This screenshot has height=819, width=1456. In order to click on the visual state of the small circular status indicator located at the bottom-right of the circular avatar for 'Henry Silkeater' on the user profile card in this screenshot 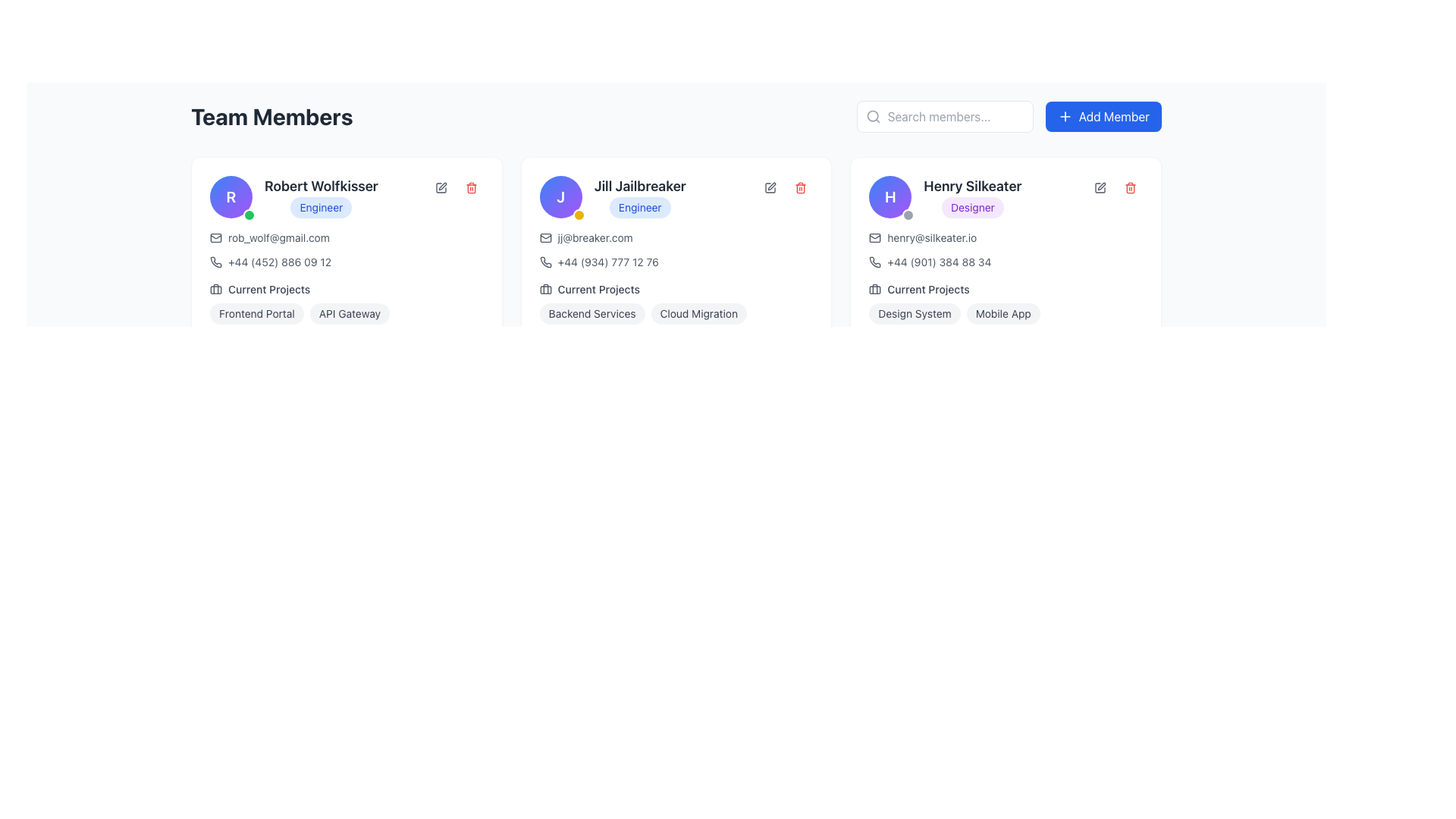, I will do `click(908, 215)`.